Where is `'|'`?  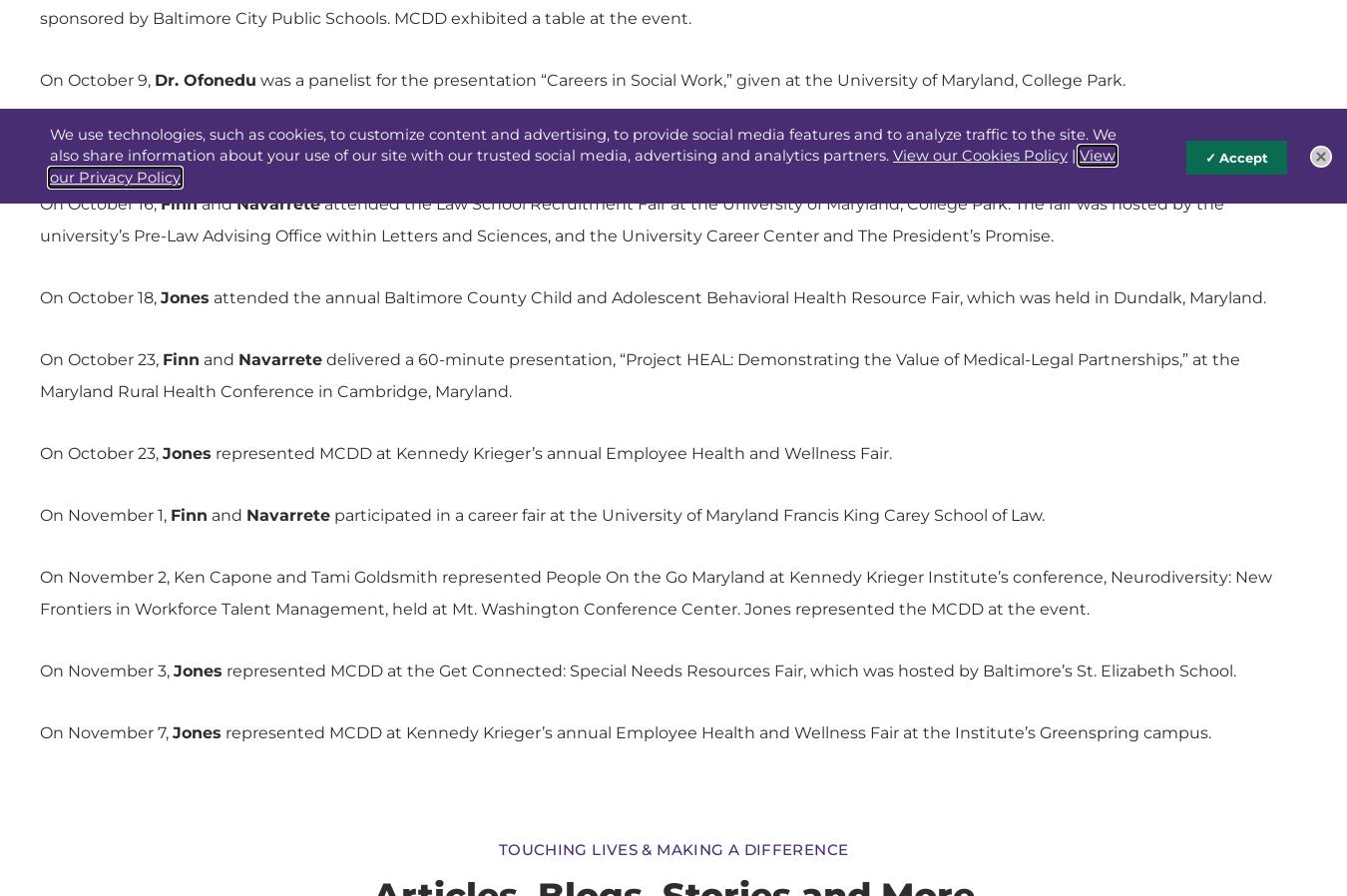
'|' is located at coordinates (1073, 154).